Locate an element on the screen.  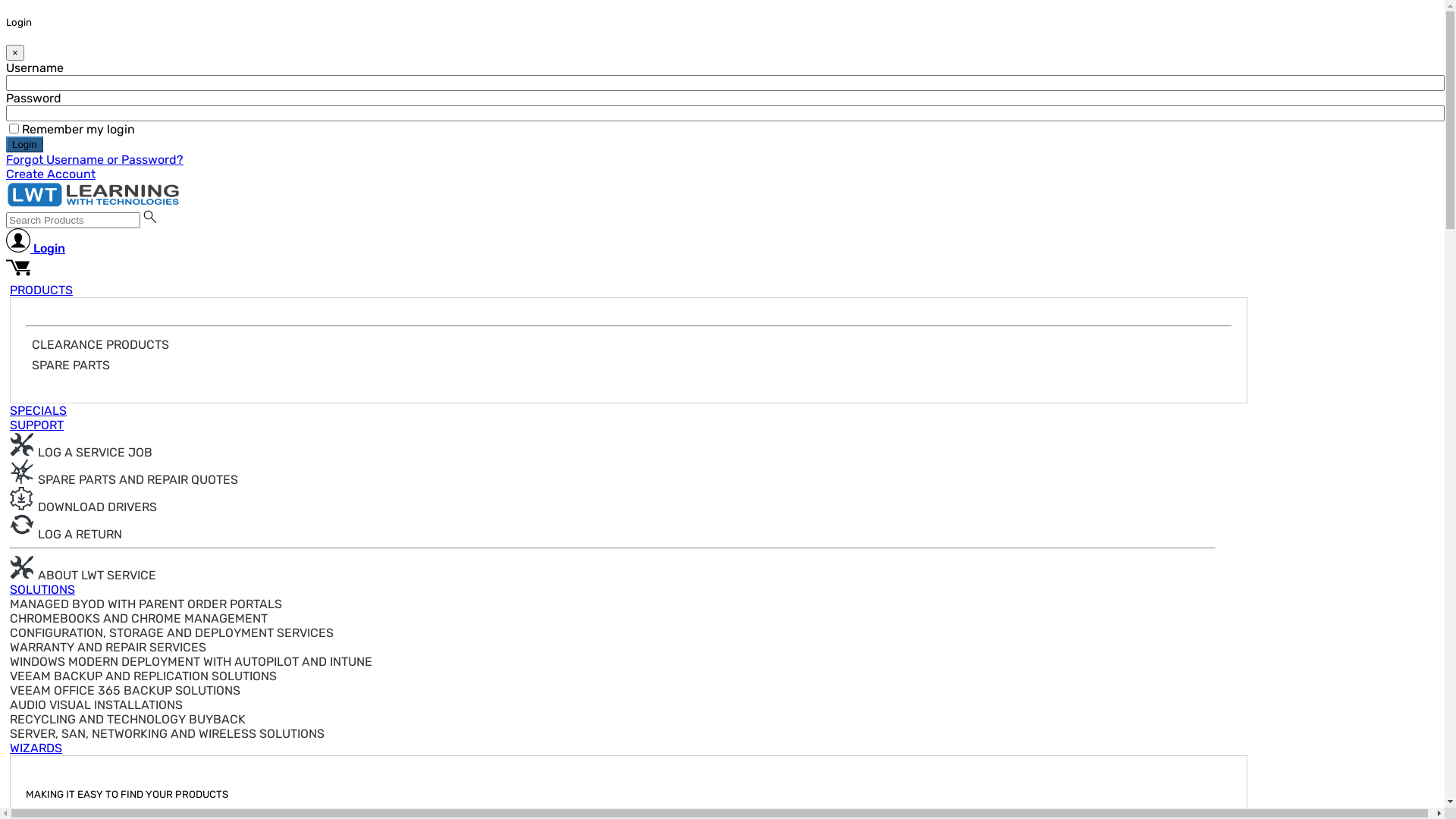
'SPECIALS' is located at coordinates (38, 410).